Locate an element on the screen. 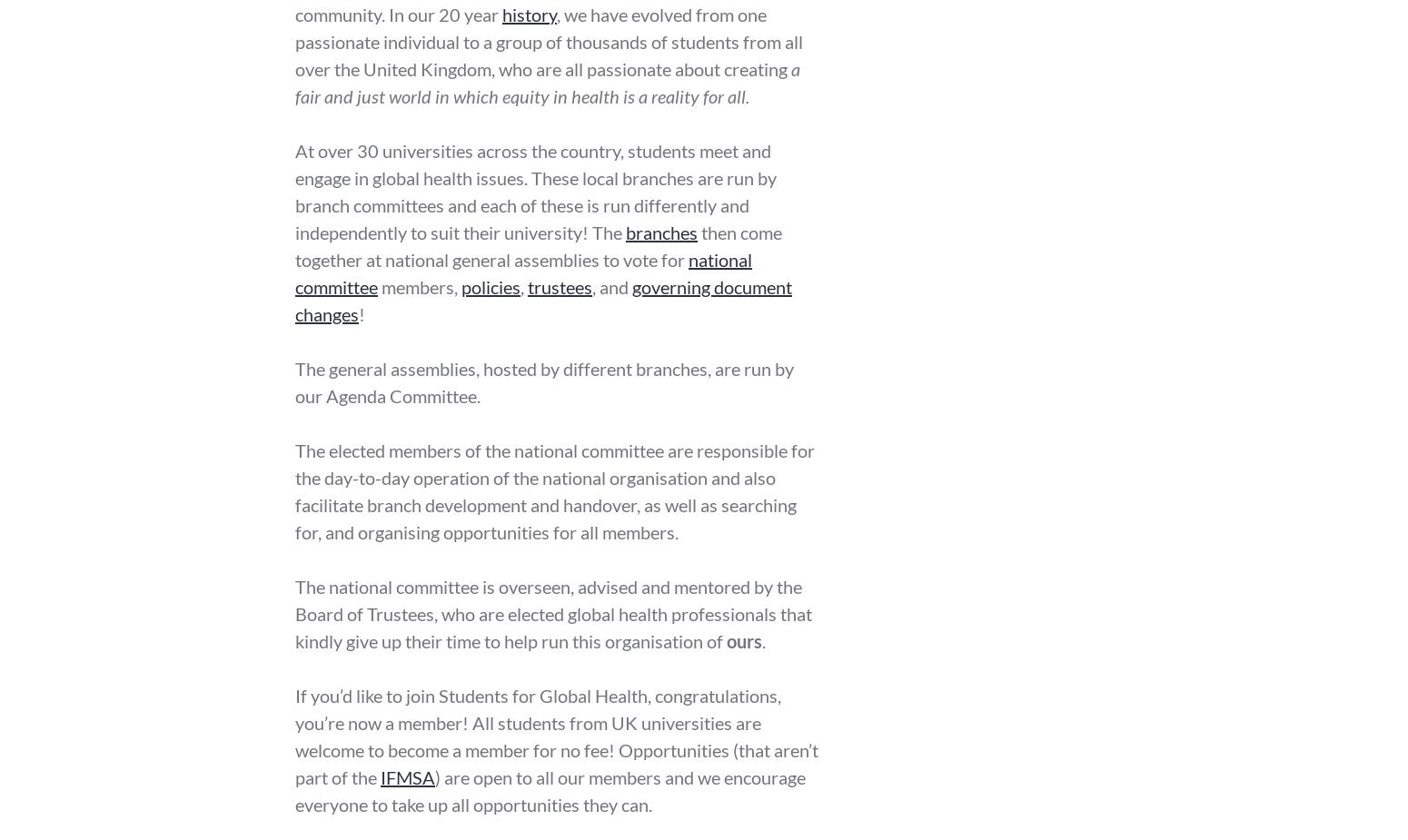 The height and width of the screenshot is (840, 1408). ') are open to all our members and we encourage everyone to take up all opportunities they can.' is located at coordinates (550, 790).